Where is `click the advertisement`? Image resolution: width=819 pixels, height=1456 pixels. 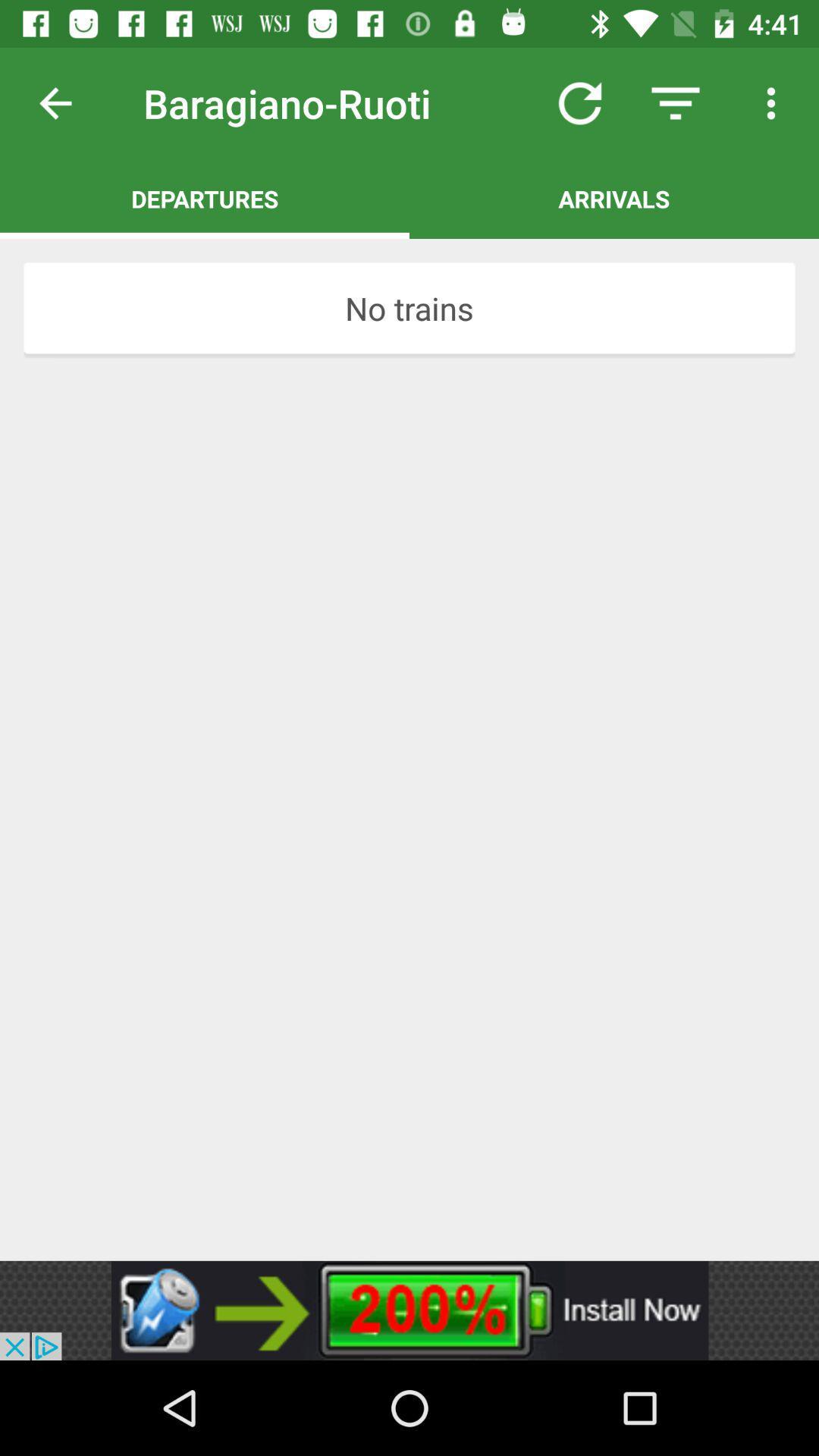 click the advertisement is located at coordinates (409, 1310).